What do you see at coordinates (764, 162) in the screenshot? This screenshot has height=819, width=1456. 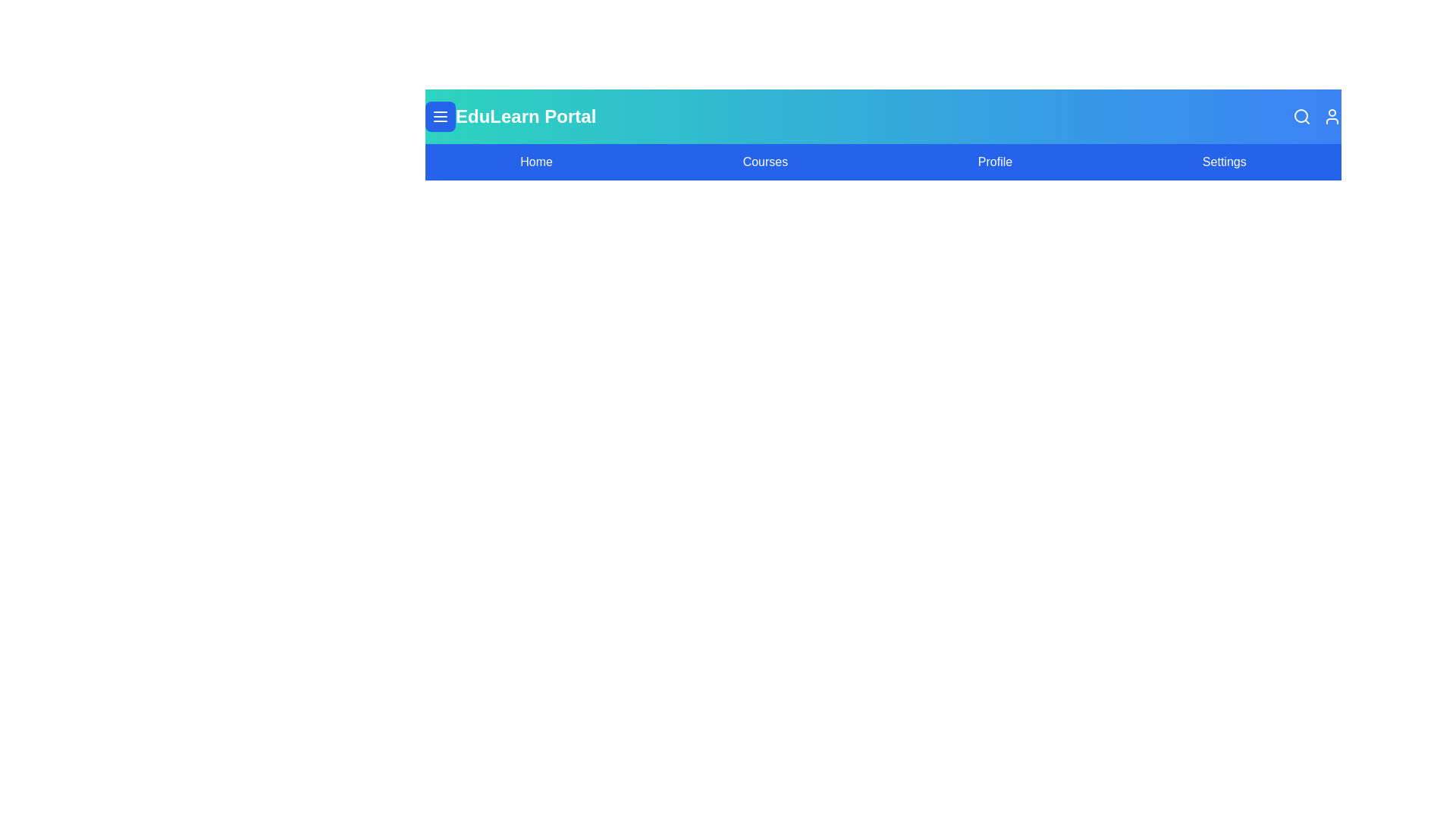 I see `the menu item Courses` at bounding box center [764, 162].